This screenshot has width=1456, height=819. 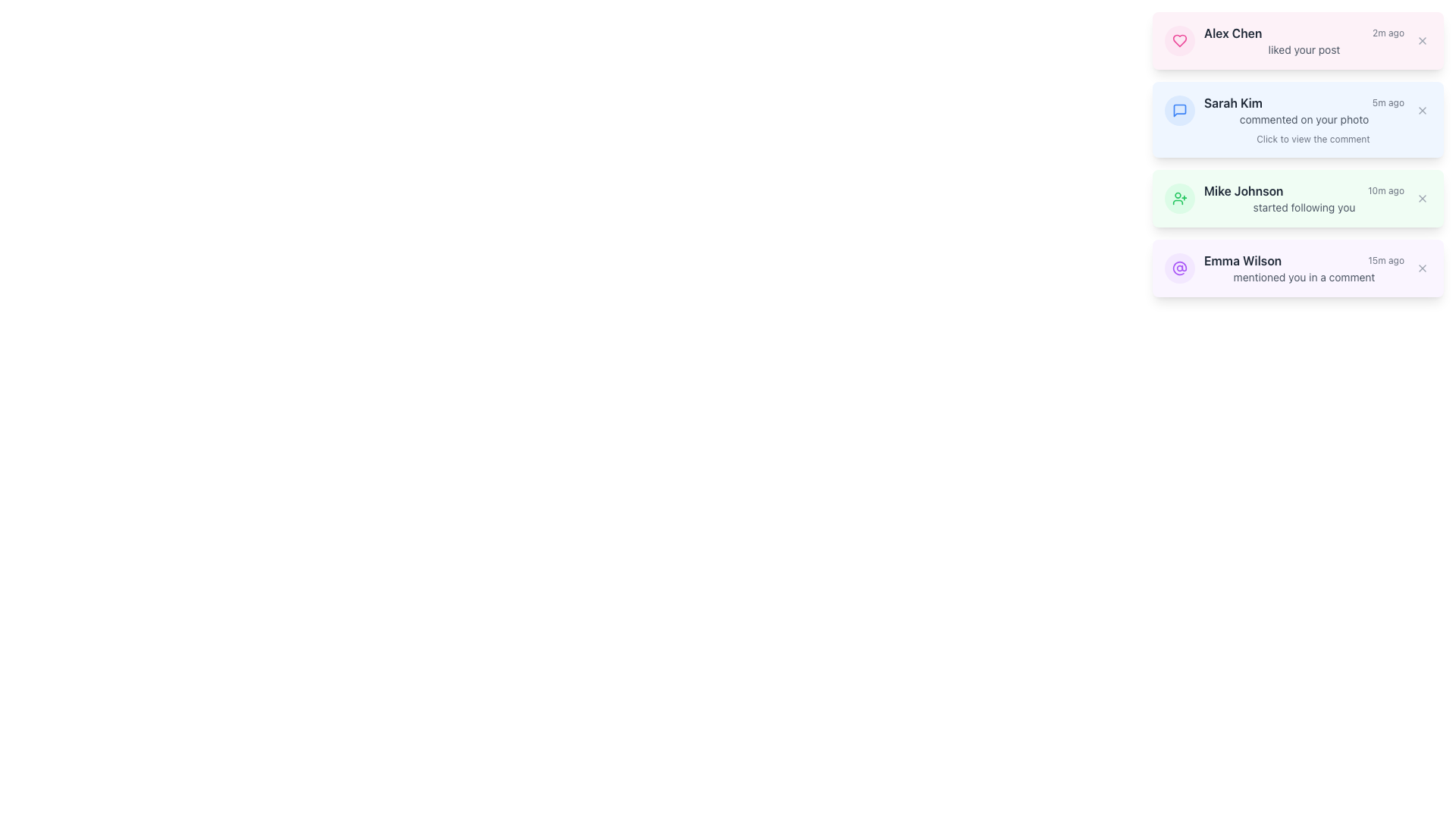 What do you see at coordinates (1303, 49) in the screenshot?
I see `text label that says 'liked your post', which is styled in gray and located within a notification card below the username 'Alex Chen'` at bounding box center [1303, 49].